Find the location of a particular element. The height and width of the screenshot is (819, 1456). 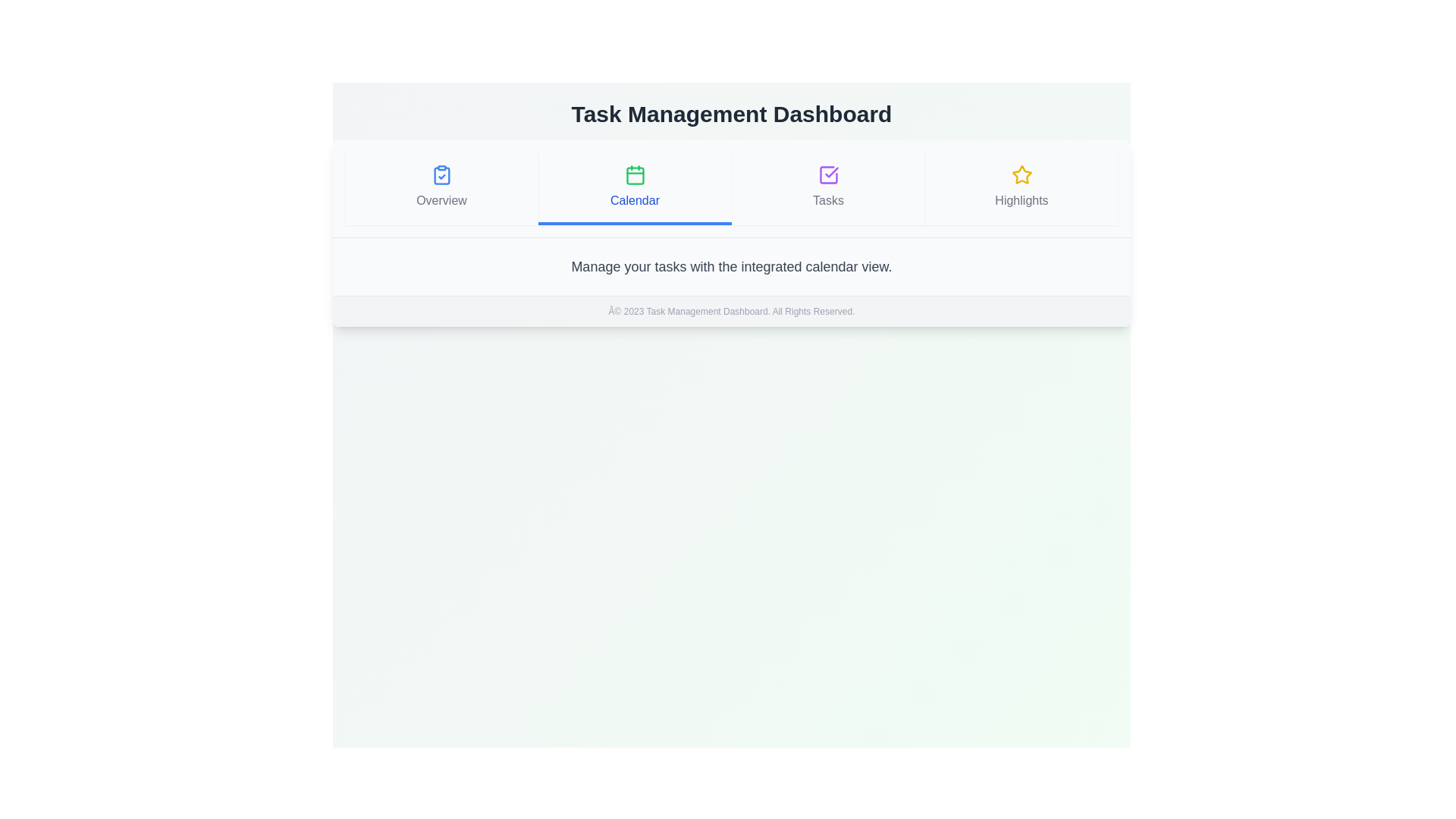

the icon located in the top-right portion of the page, preceding the label text of the 'Highlights' section is located at coordinates (1021, 174).